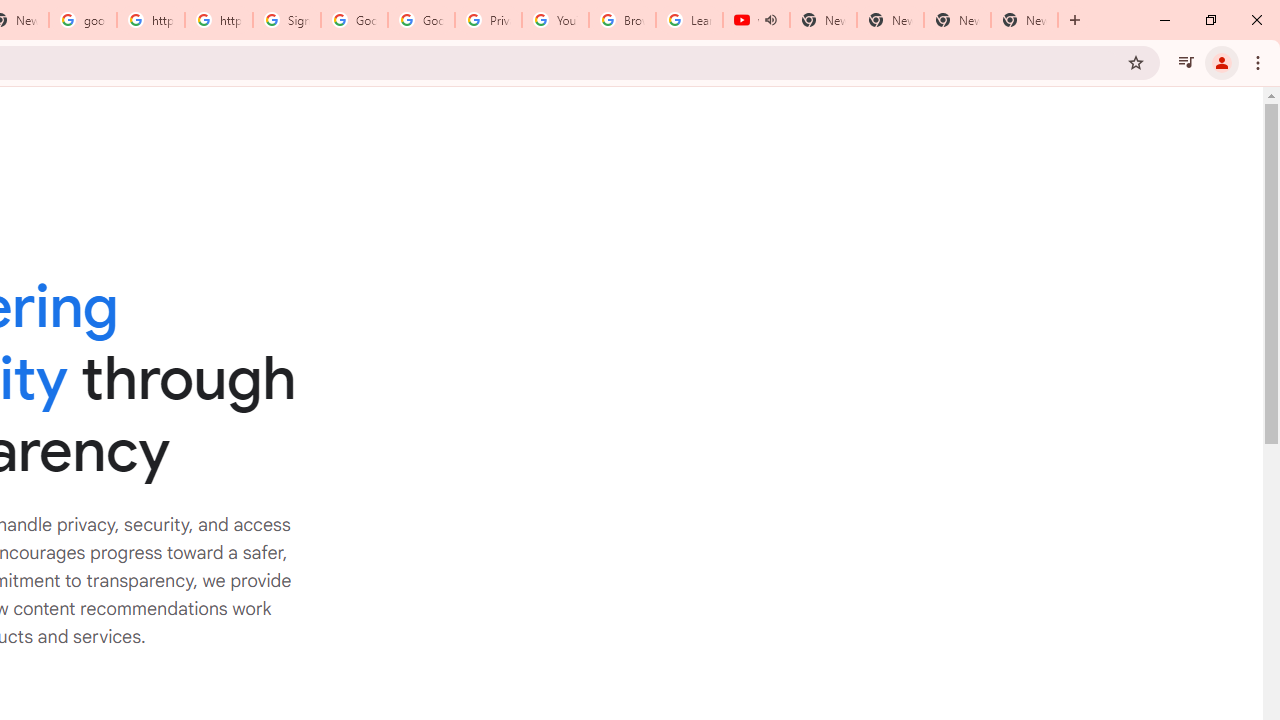 This screenshot has width=1280, height=720. What do you see at coordinates (286, 20) in the screenshot?
I see `'Sign in - Google Accounts'` at bounding box center [286, 20].